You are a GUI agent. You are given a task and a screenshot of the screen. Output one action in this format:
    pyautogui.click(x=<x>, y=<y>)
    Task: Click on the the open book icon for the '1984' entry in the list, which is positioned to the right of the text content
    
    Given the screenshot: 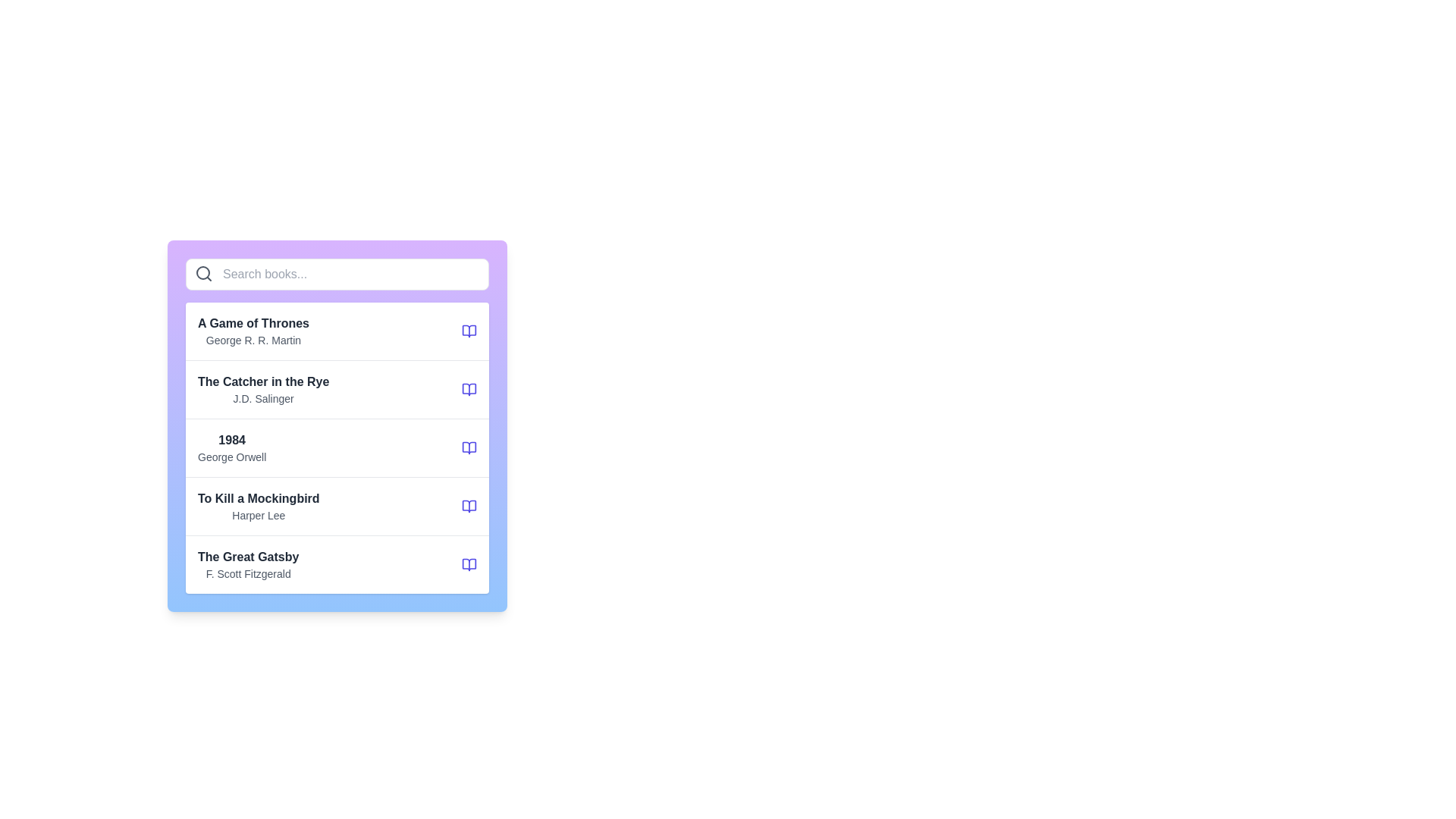 What is the action you would take?
    pyautogui.click(x=469, y=447)
    